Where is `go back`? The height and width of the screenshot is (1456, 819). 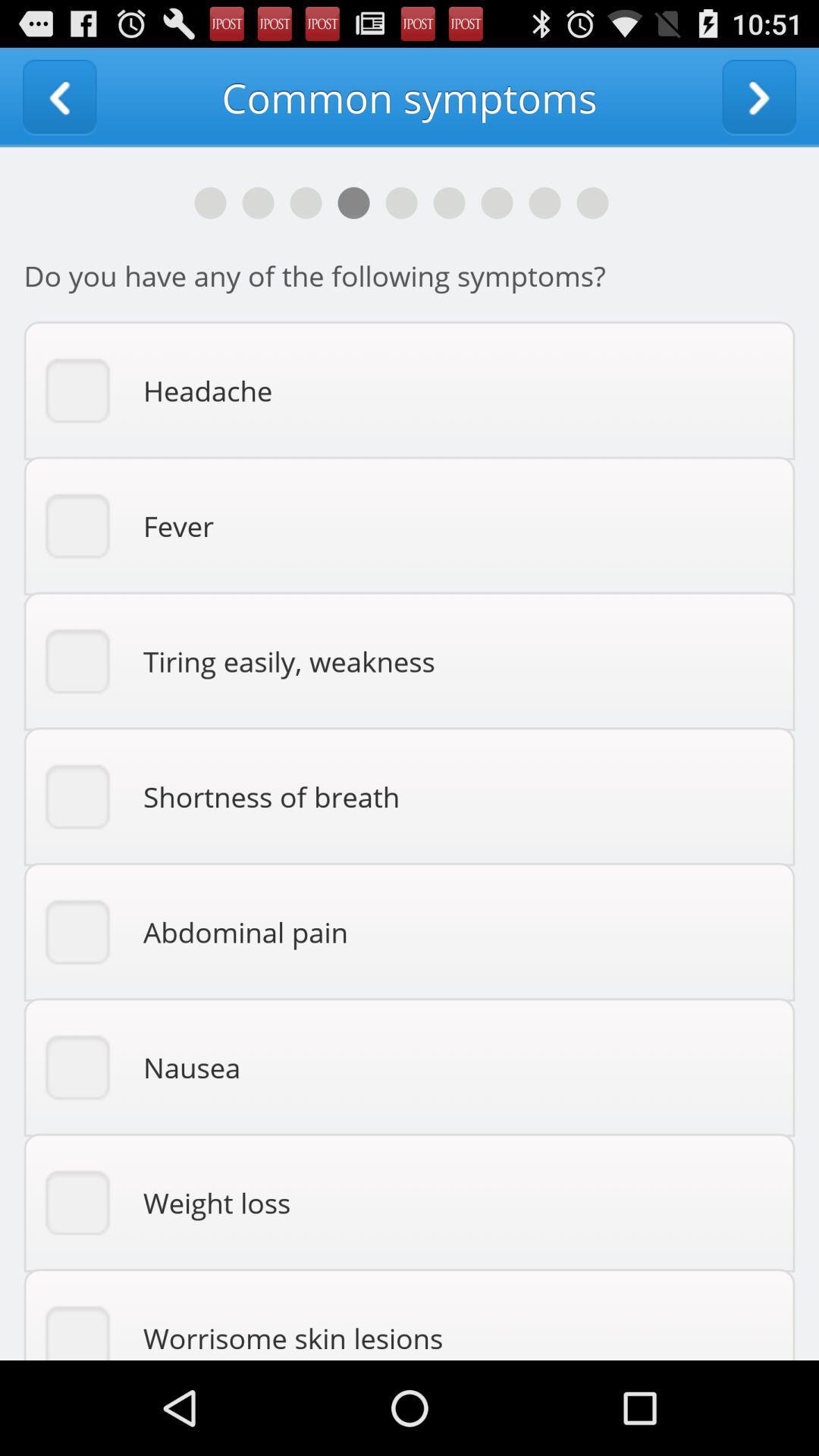
go back is located at coordinates (58, 96).